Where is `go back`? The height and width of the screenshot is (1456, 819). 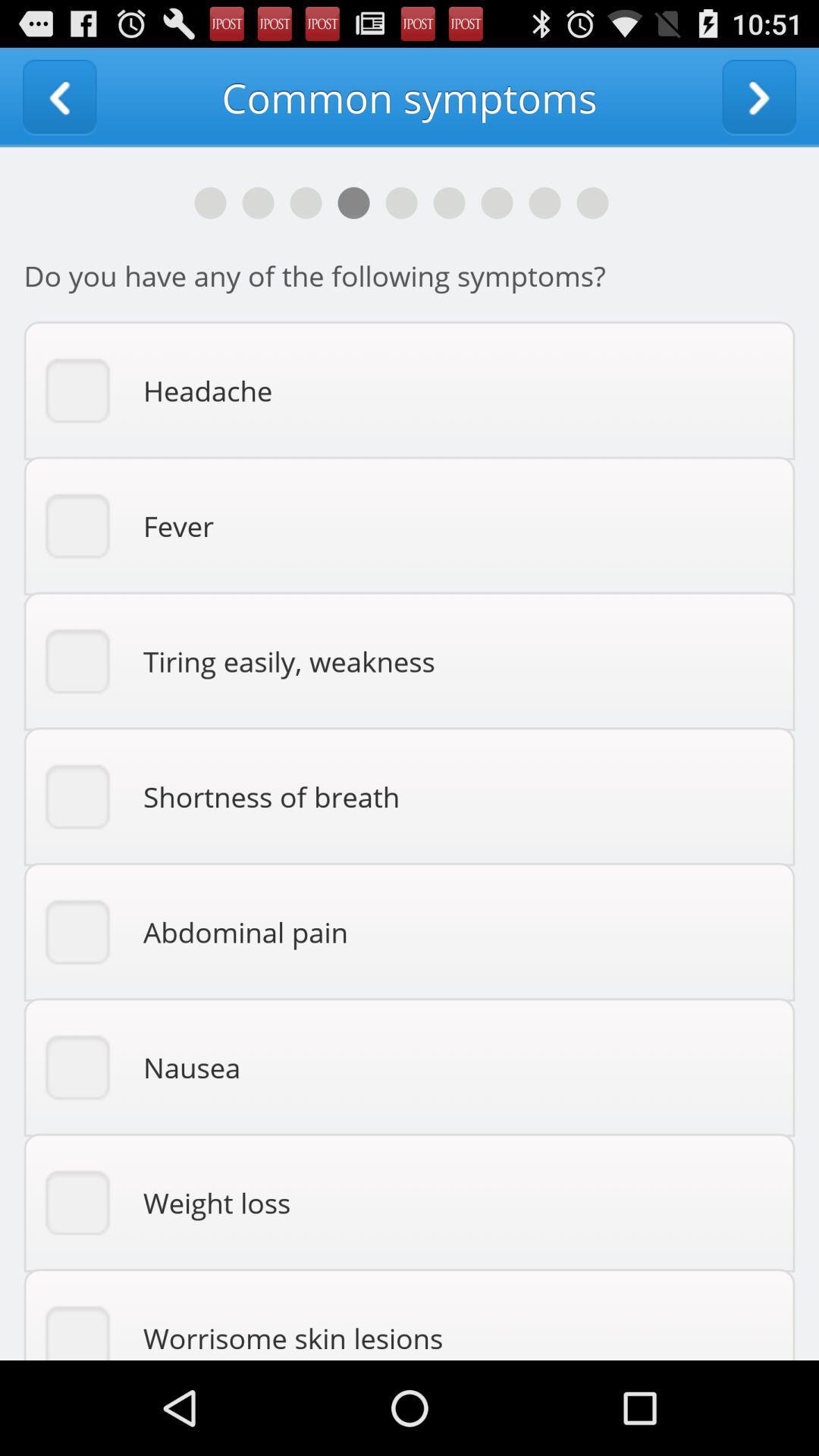
go back is located at coordinates (58, 96).